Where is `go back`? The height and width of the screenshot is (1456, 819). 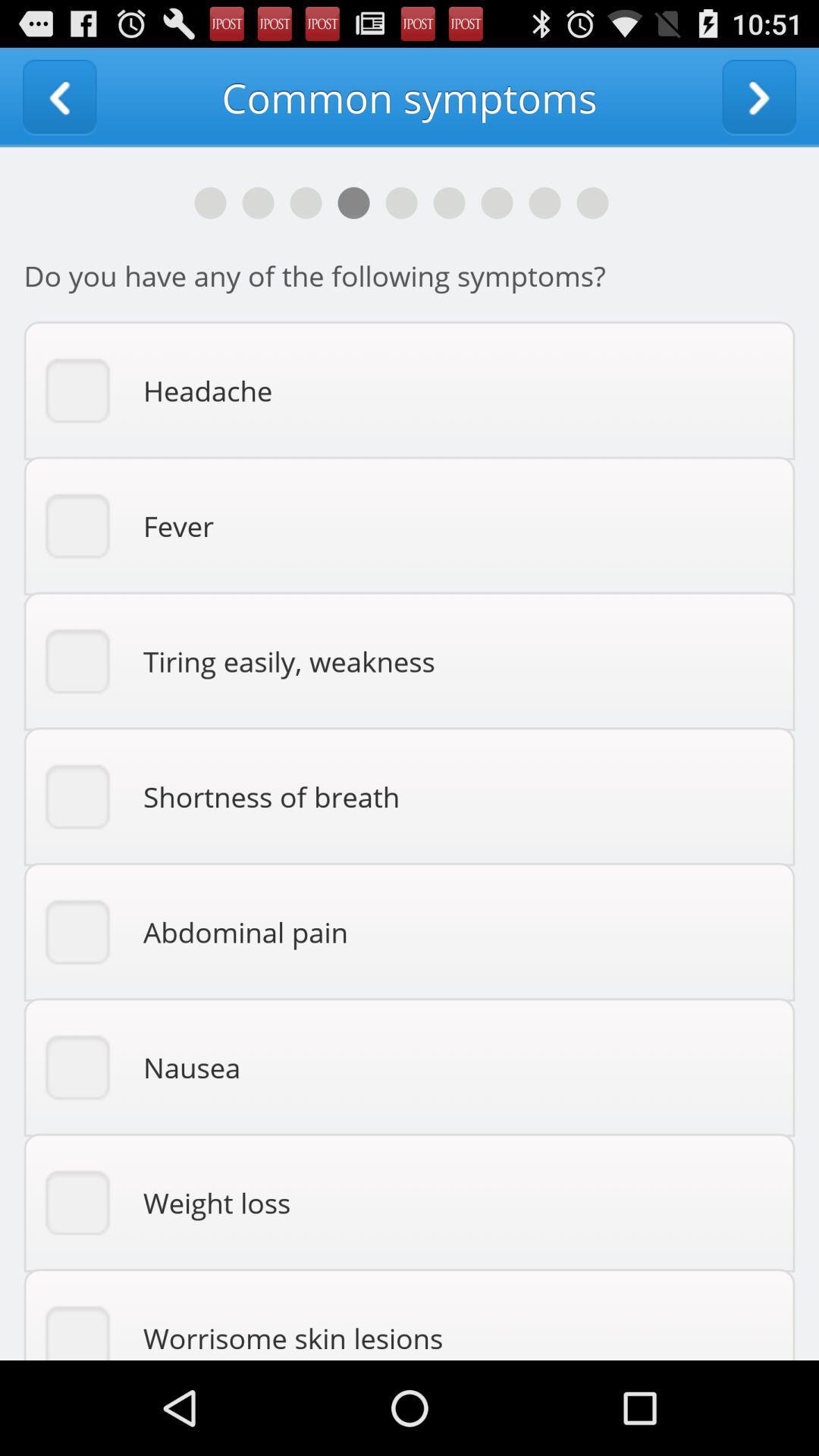
go back is located at coordinates (58, 96).